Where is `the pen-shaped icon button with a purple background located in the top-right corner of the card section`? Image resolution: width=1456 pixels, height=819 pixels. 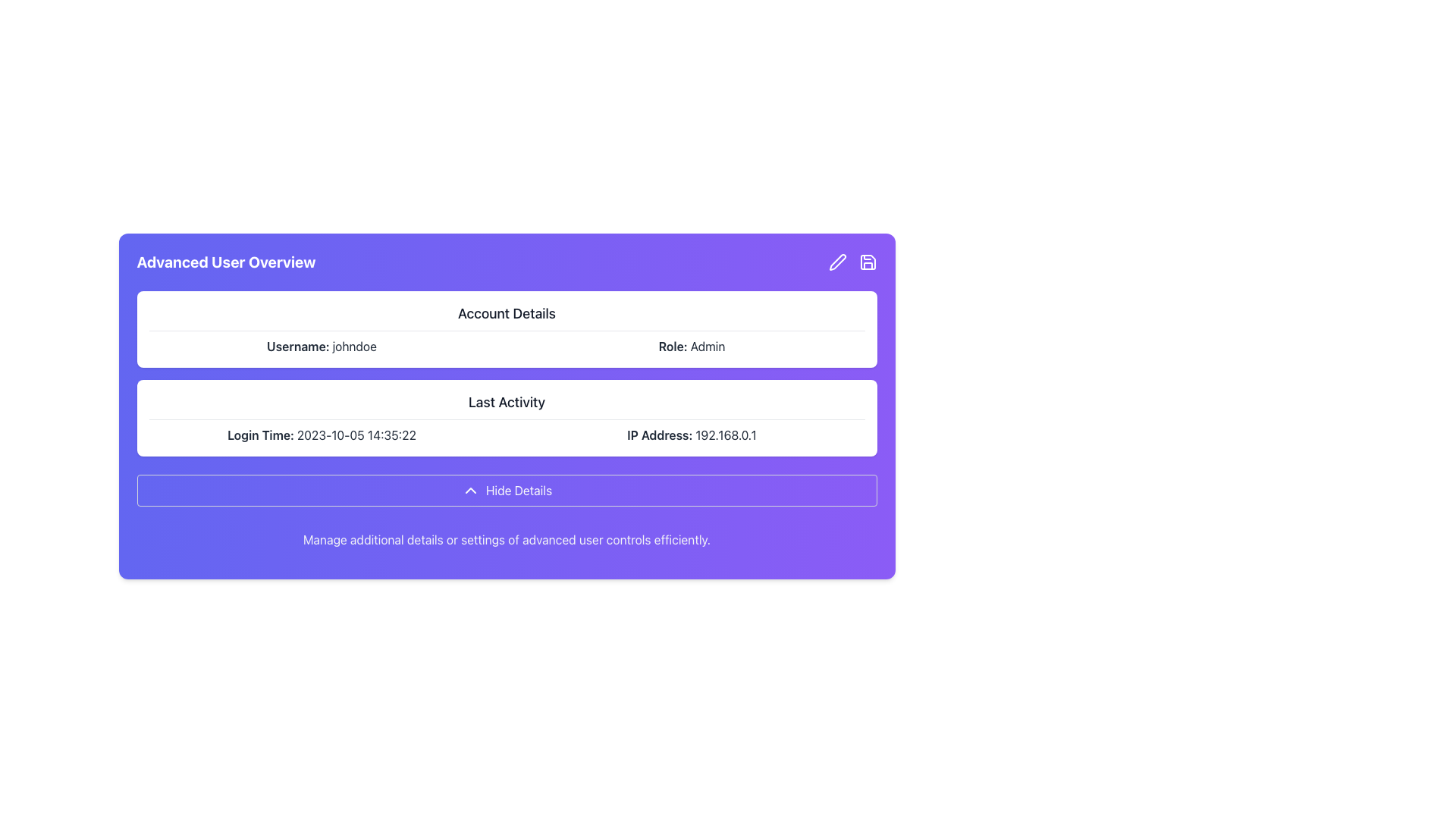
the pen-shaped icon button with a purple background located in the top-right corner of the card section is located at coordinates (836, 262).